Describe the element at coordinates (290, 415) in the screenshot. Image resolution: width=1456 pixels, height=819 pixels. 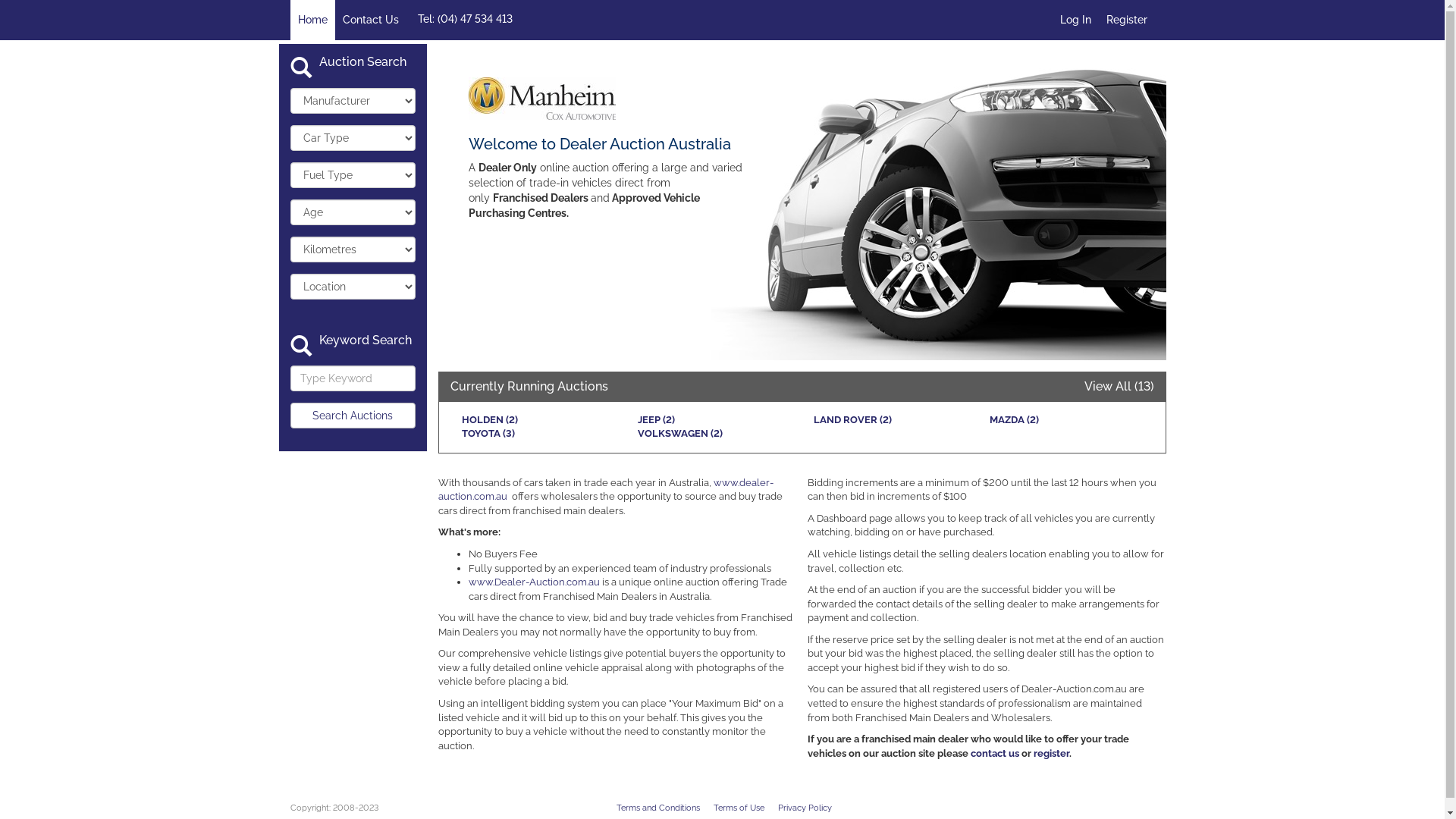
I see `'Search Auctions'` at that location.